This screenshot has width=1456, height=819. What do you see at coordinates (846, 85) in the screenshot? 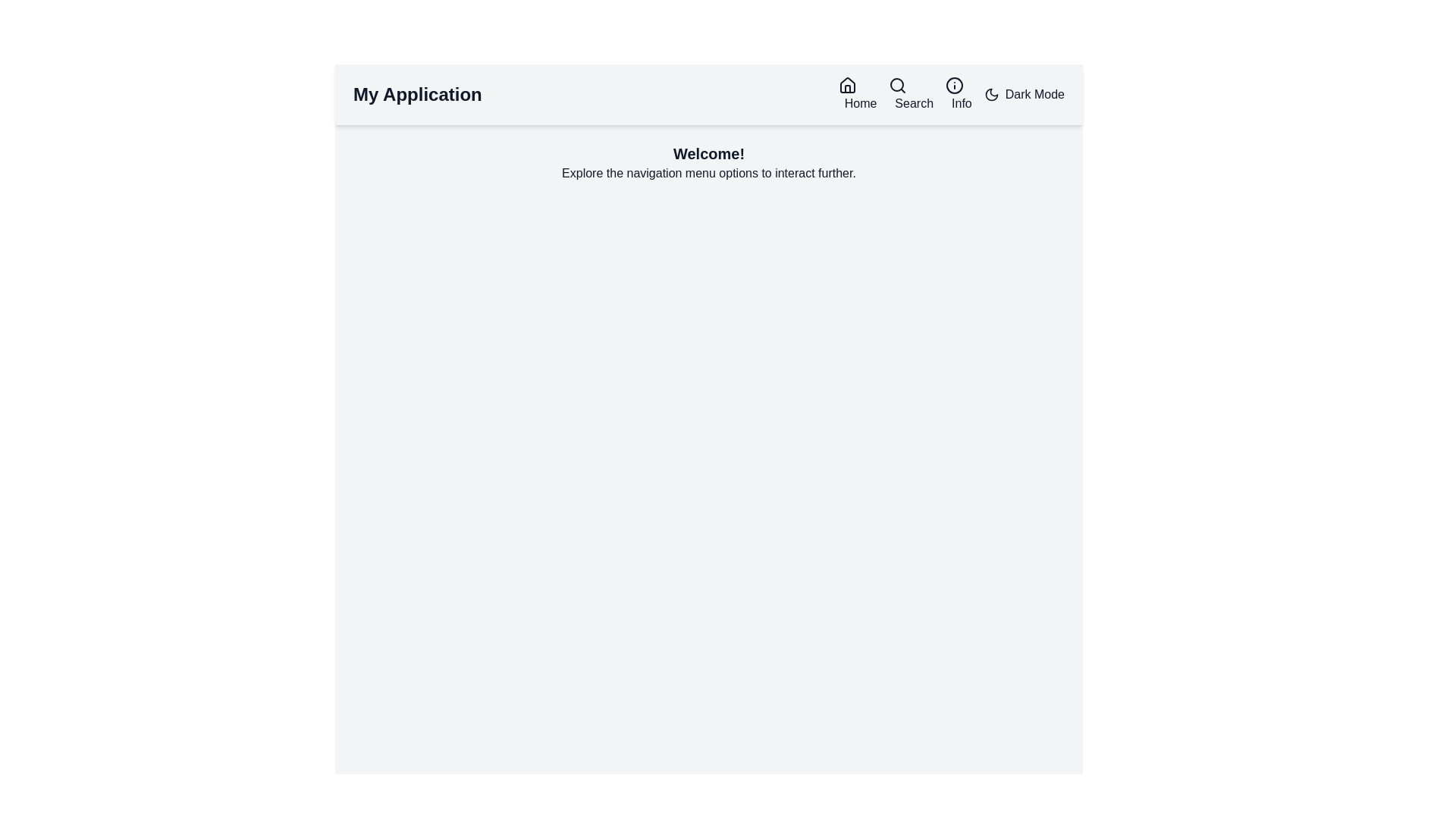
I see `the 'Home' navigation icon located in the top navigation bar` at bounding box center [846, 85].